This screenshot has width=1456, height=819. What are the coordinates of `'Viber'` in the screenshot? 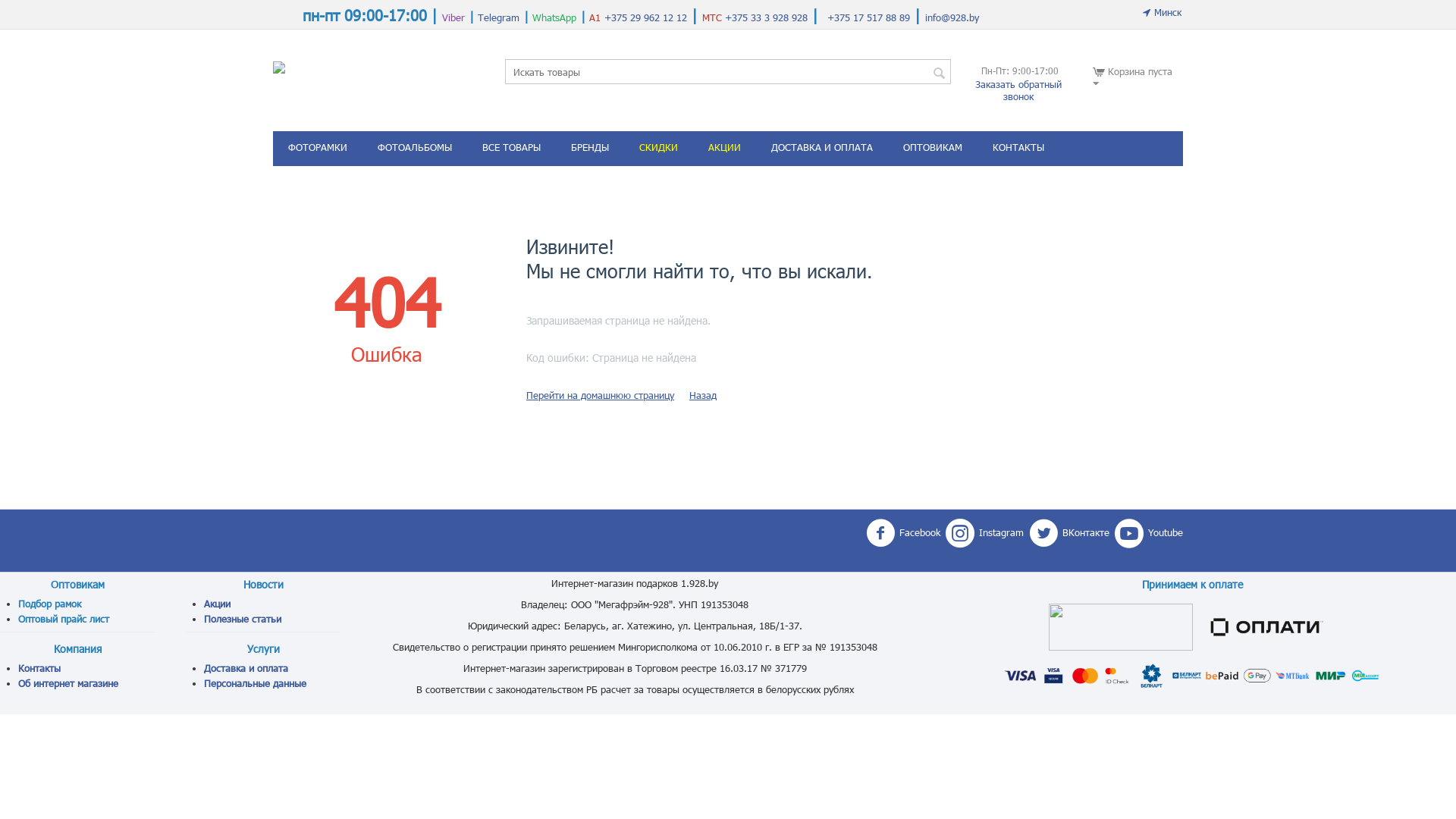 It's located at (453, 17).